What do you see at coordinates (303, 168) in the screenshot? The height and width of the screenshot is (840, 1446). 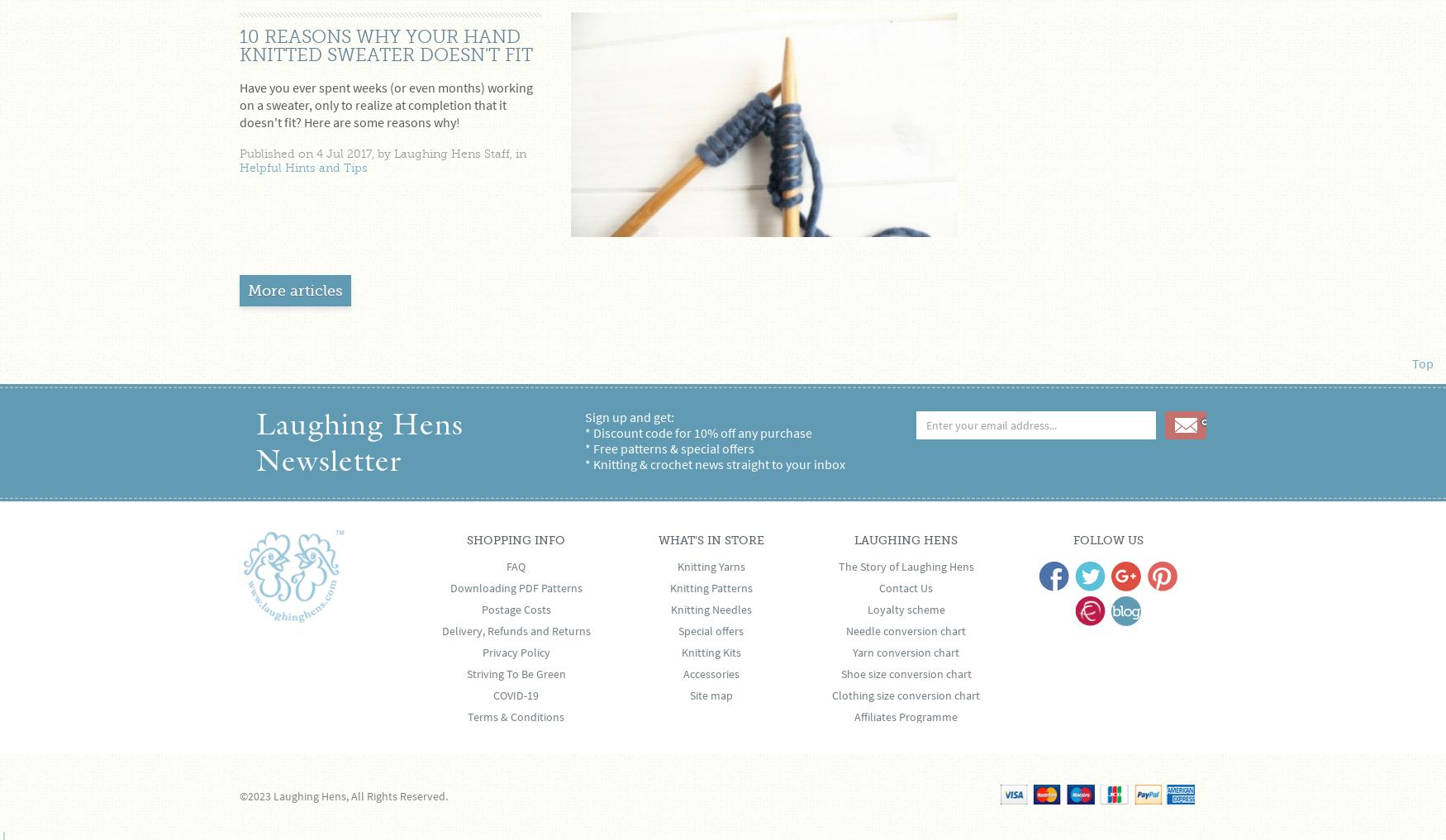 I see `'Helpful Hints and Tips'` at bounding box center [303, 168].